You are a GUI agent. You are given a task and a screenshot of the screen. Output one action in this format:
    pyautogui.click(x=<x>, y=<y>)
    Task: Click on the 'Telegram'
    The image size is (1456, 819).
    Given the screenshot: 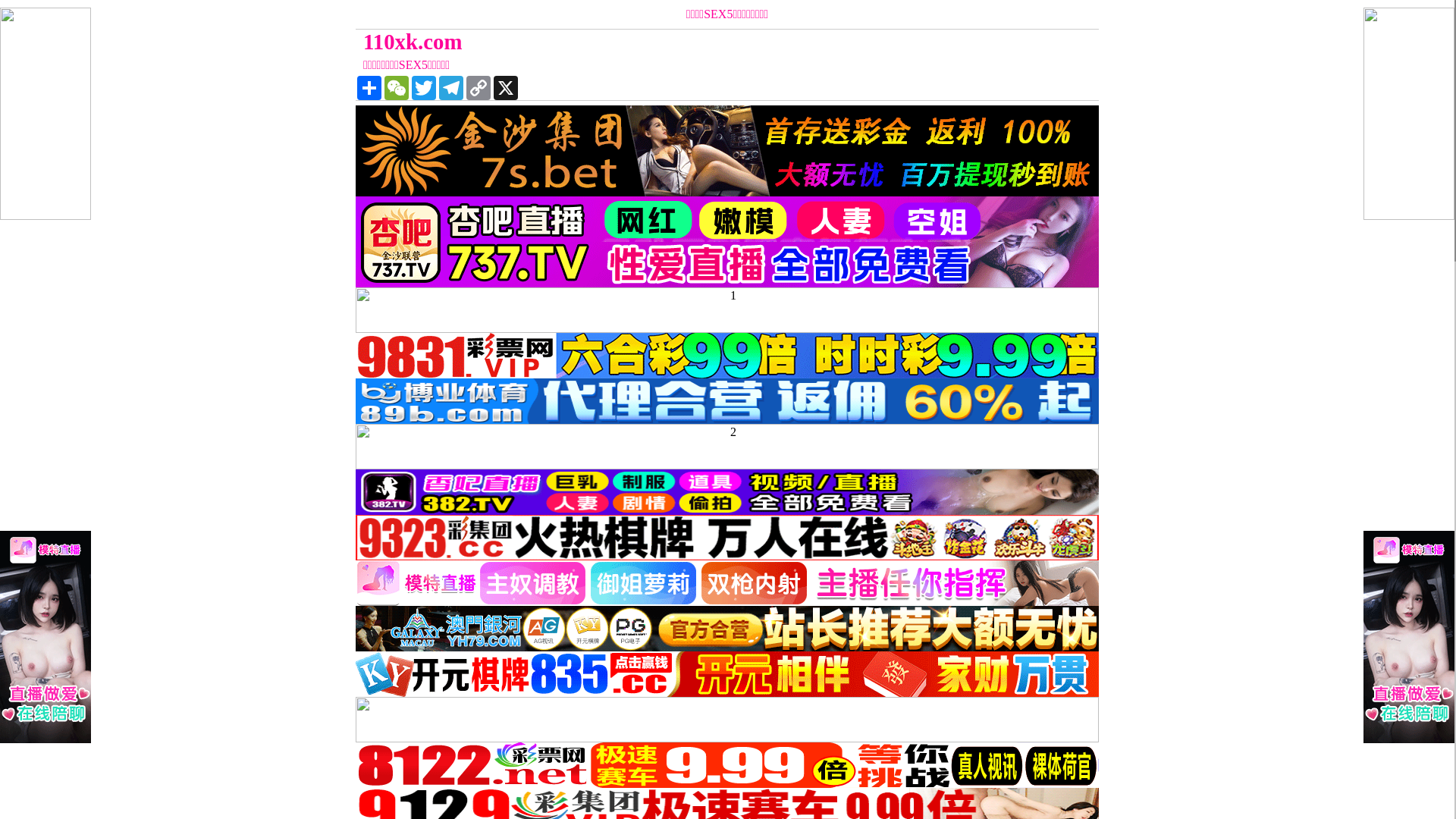 What is the action you would take?
    pyautogui.click(x=450, y=87)
    